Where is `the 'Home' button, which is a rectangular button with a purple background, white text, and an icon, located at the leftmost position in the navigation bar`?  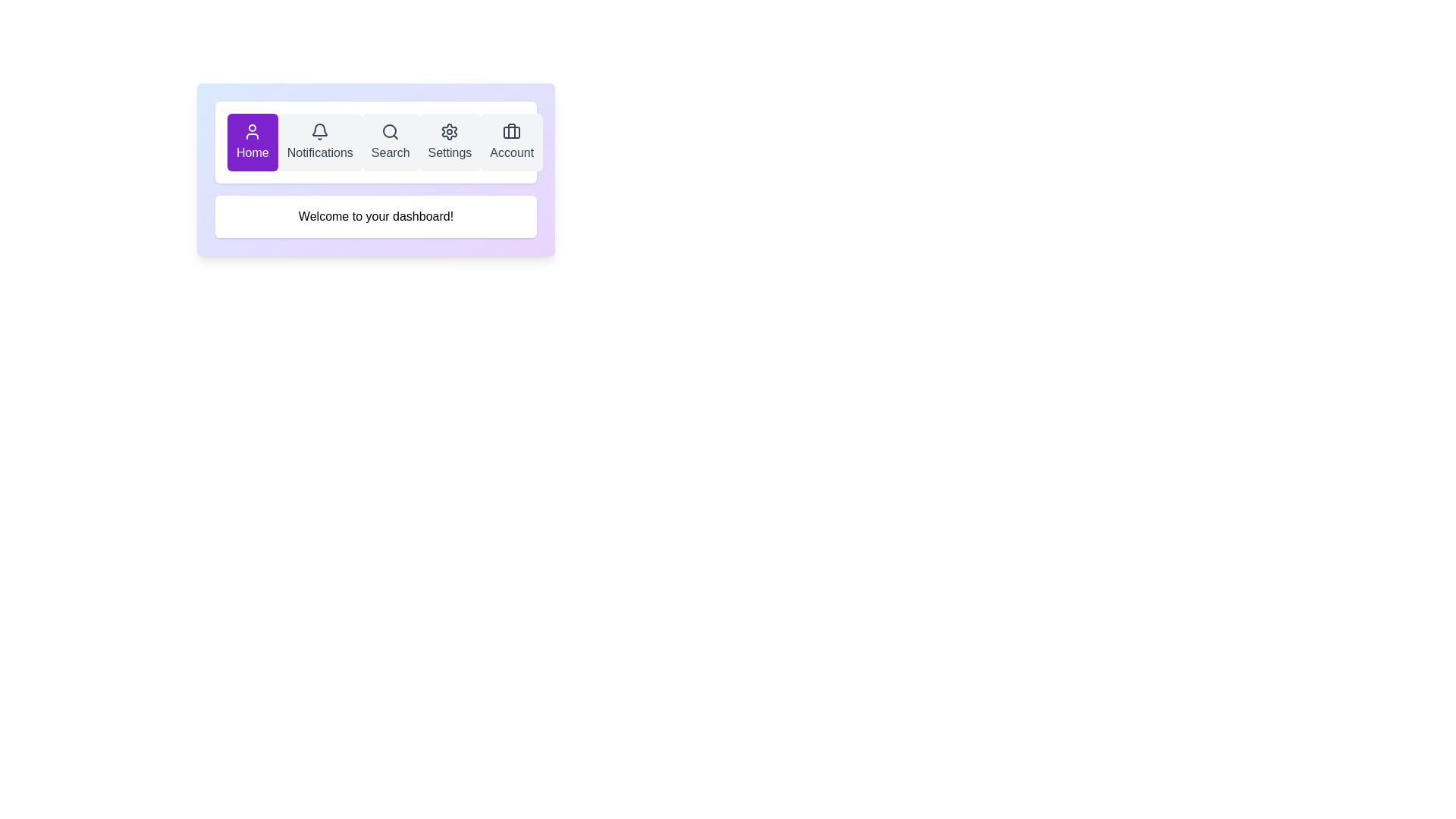
the 'Home' button, which is a rectangular button with a purple background, white text, and an icon, located at the leftmost position in the navigation bar is located at coordinates (253, 143).